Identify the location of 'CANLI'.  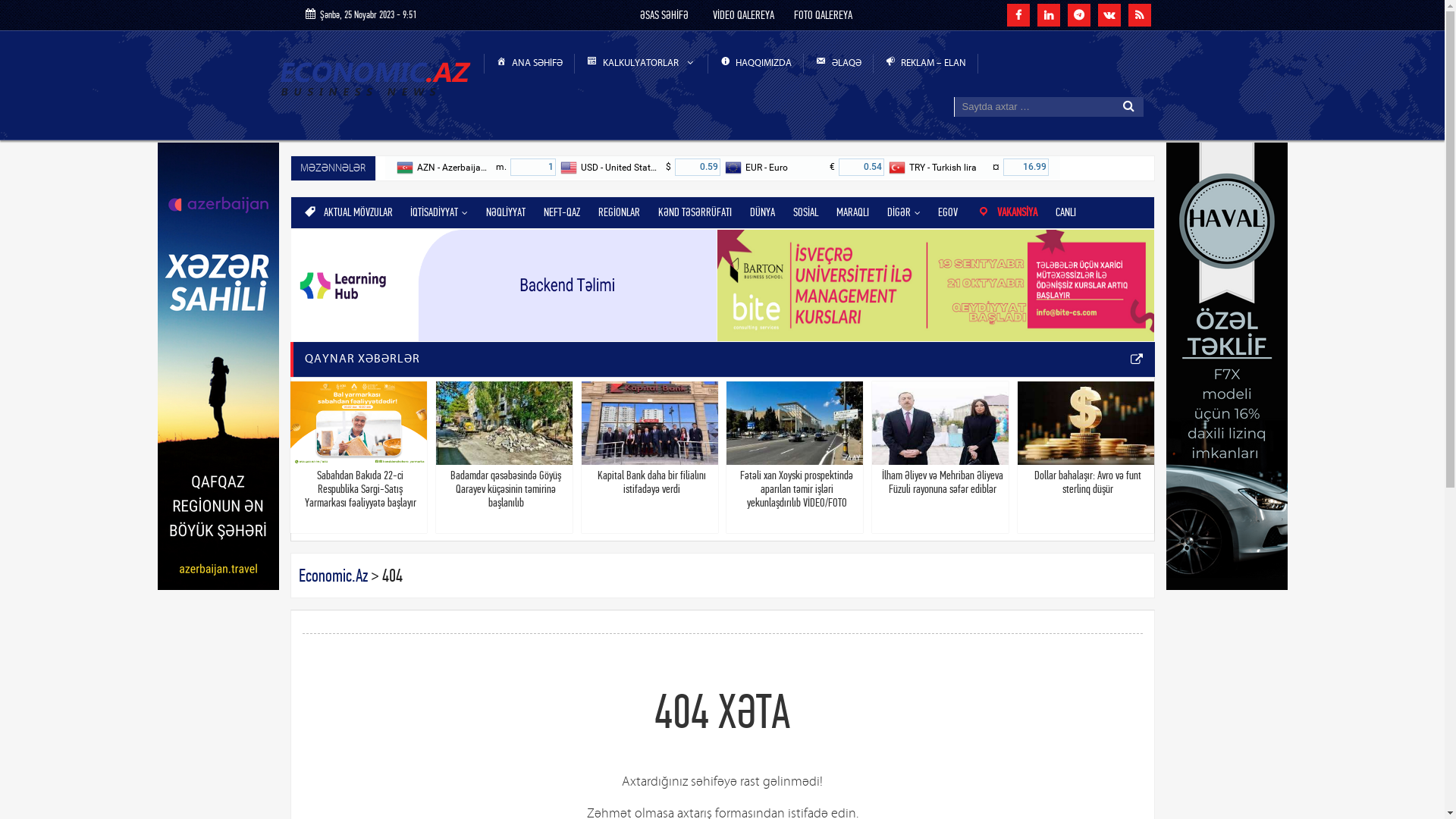
(1065, 212).